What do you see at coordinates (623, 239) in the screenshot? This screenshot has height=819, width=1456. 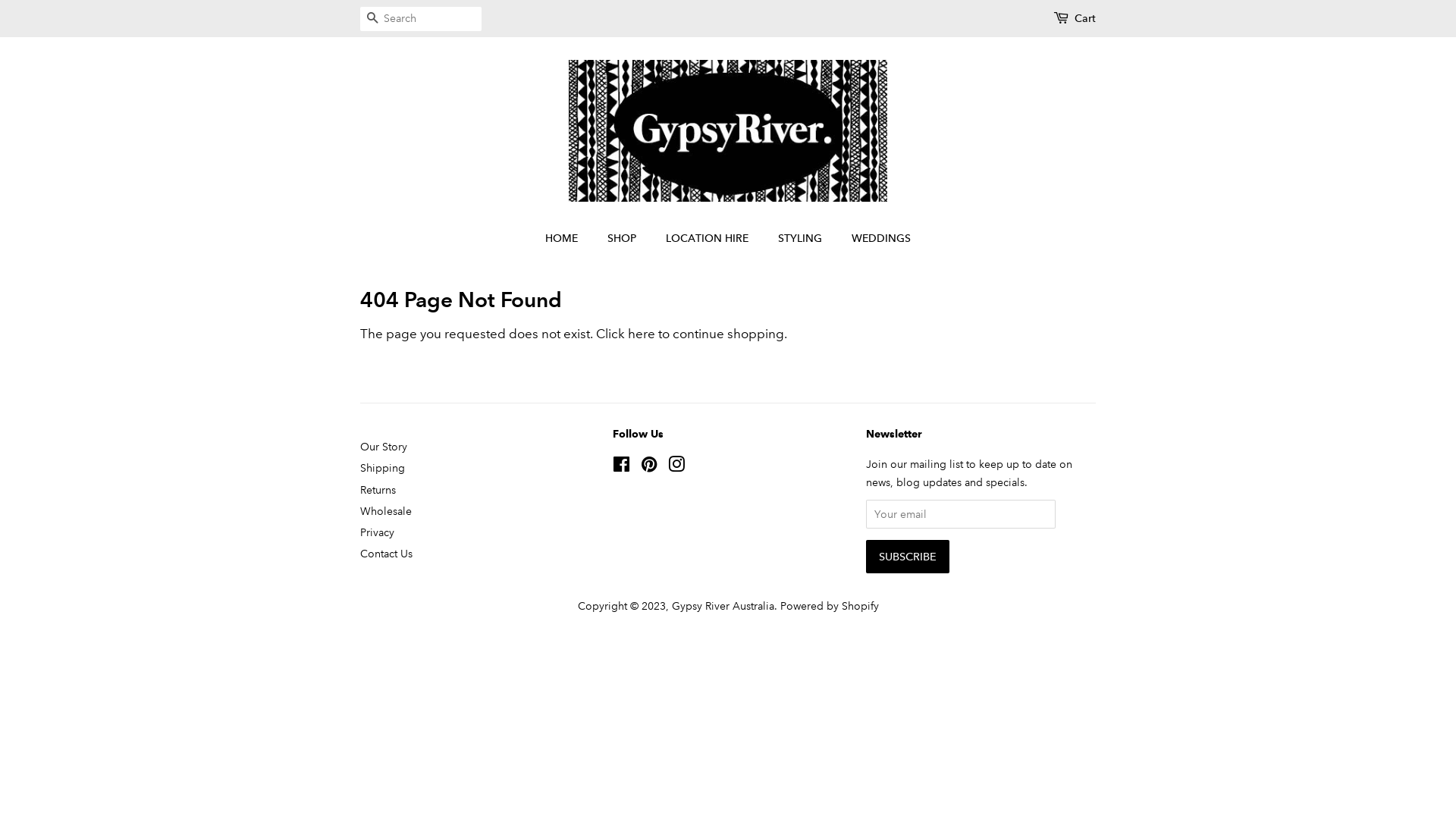 I see `'SHOP'` at bounding box center [623, 239].